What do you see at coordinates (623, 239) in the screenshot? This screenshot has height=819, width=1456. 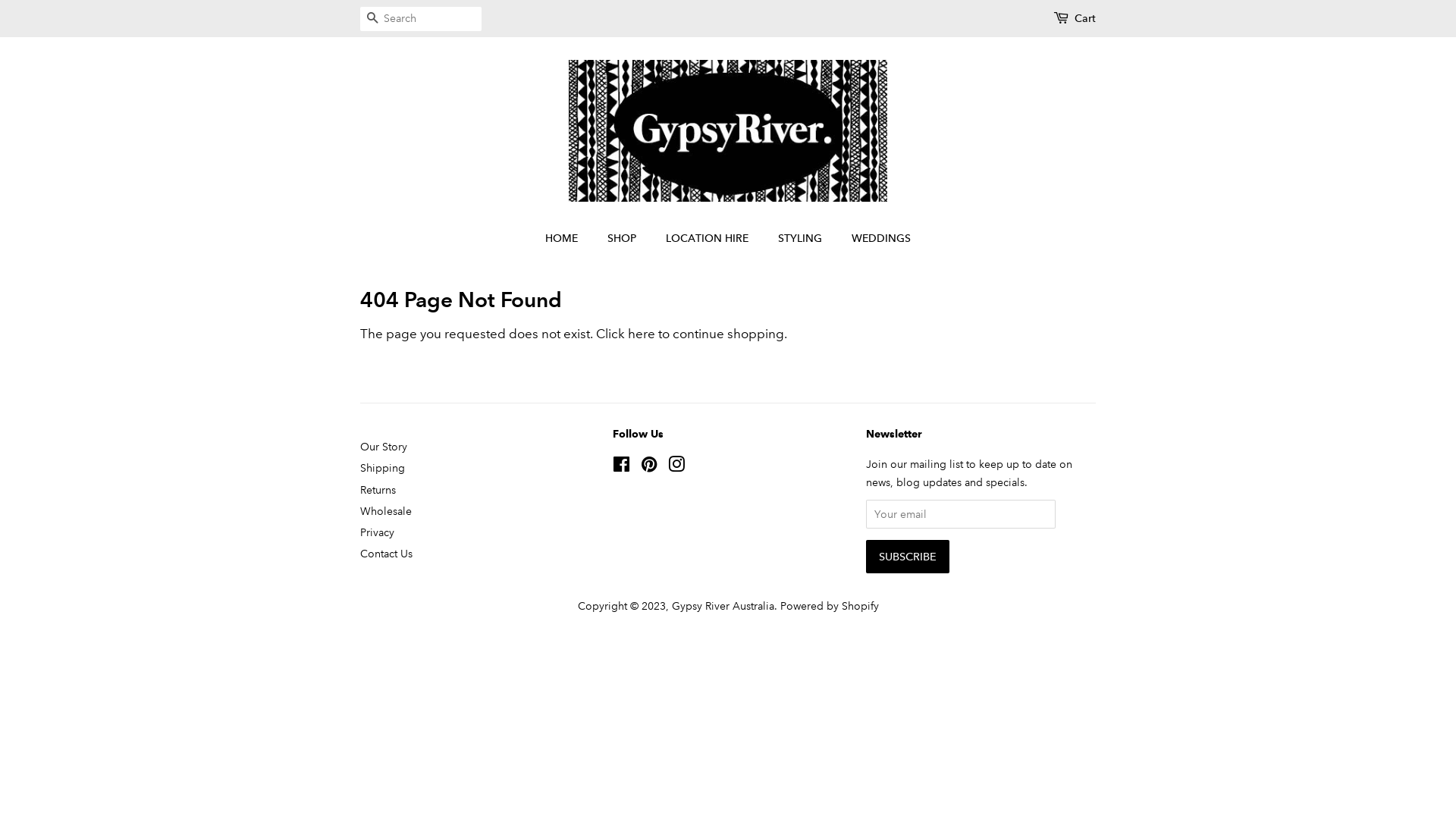 I see `'SHOP'` at bounding box center [623, 239].